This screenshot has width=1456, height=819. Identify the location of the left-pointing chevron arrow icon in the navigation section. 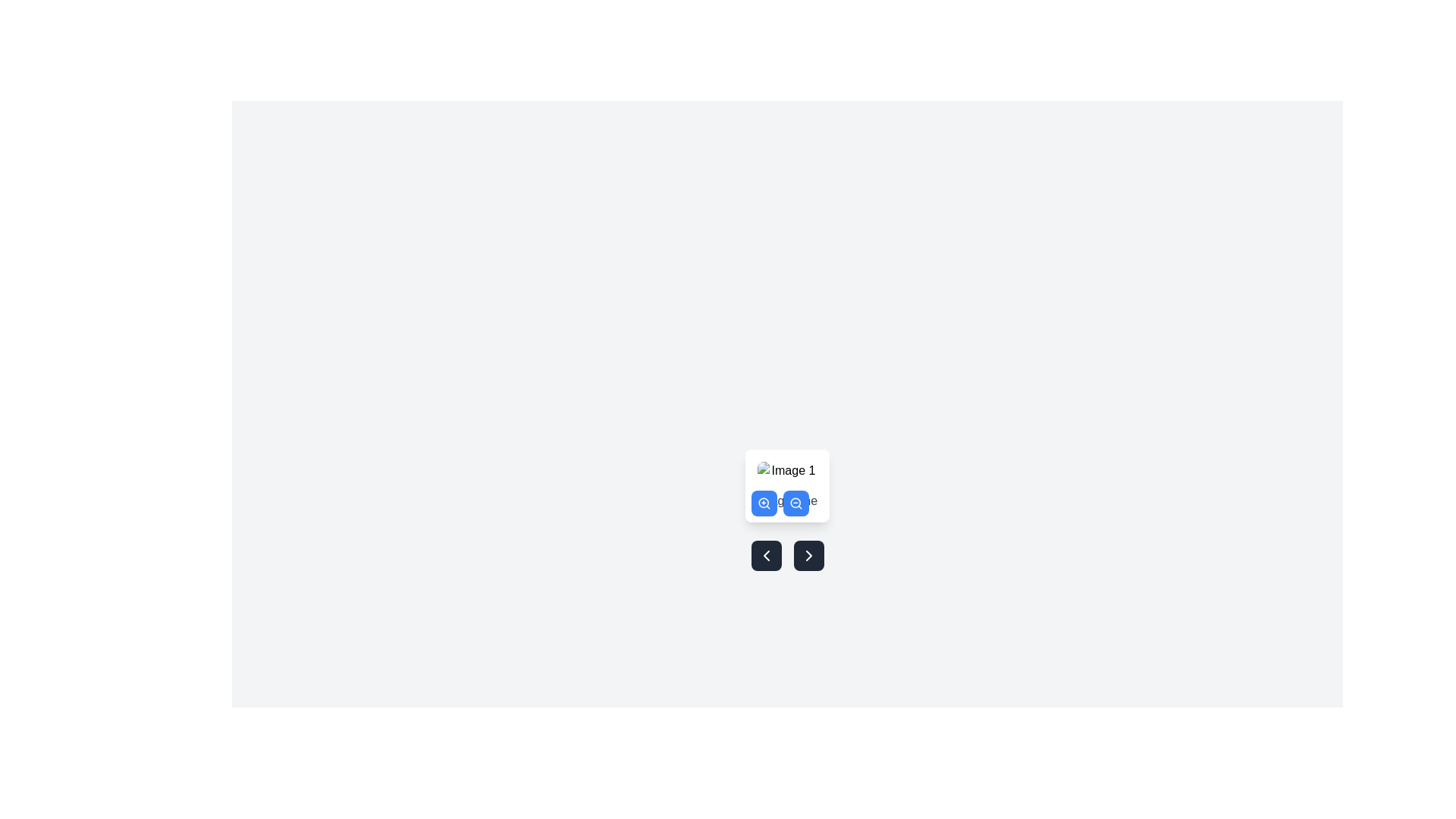
(766, 555).